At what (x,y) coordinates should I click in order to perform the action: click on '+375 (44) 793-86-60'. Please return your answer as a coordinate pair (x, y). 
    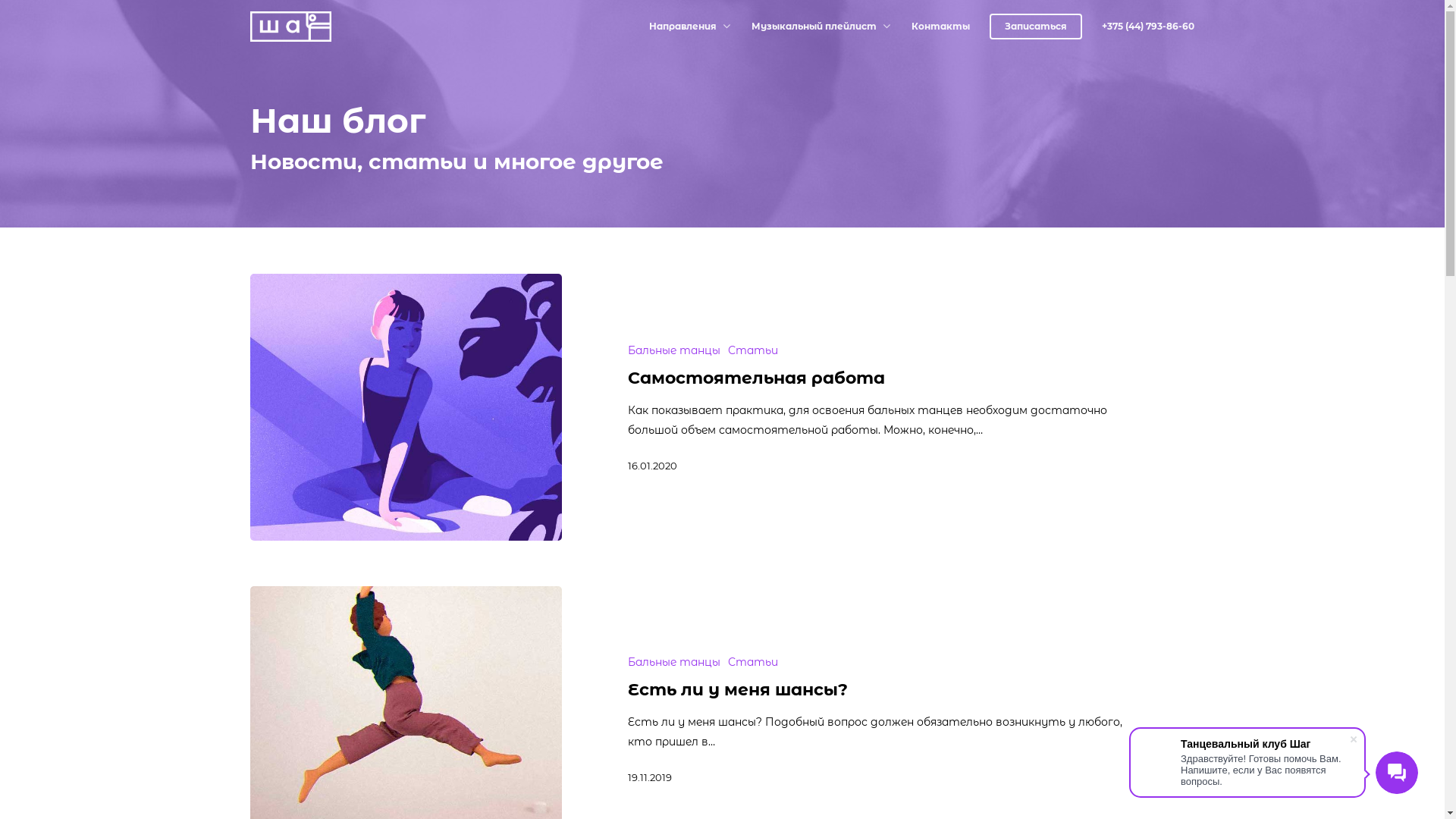
    Looking at the image, I should click on (1147, 26).